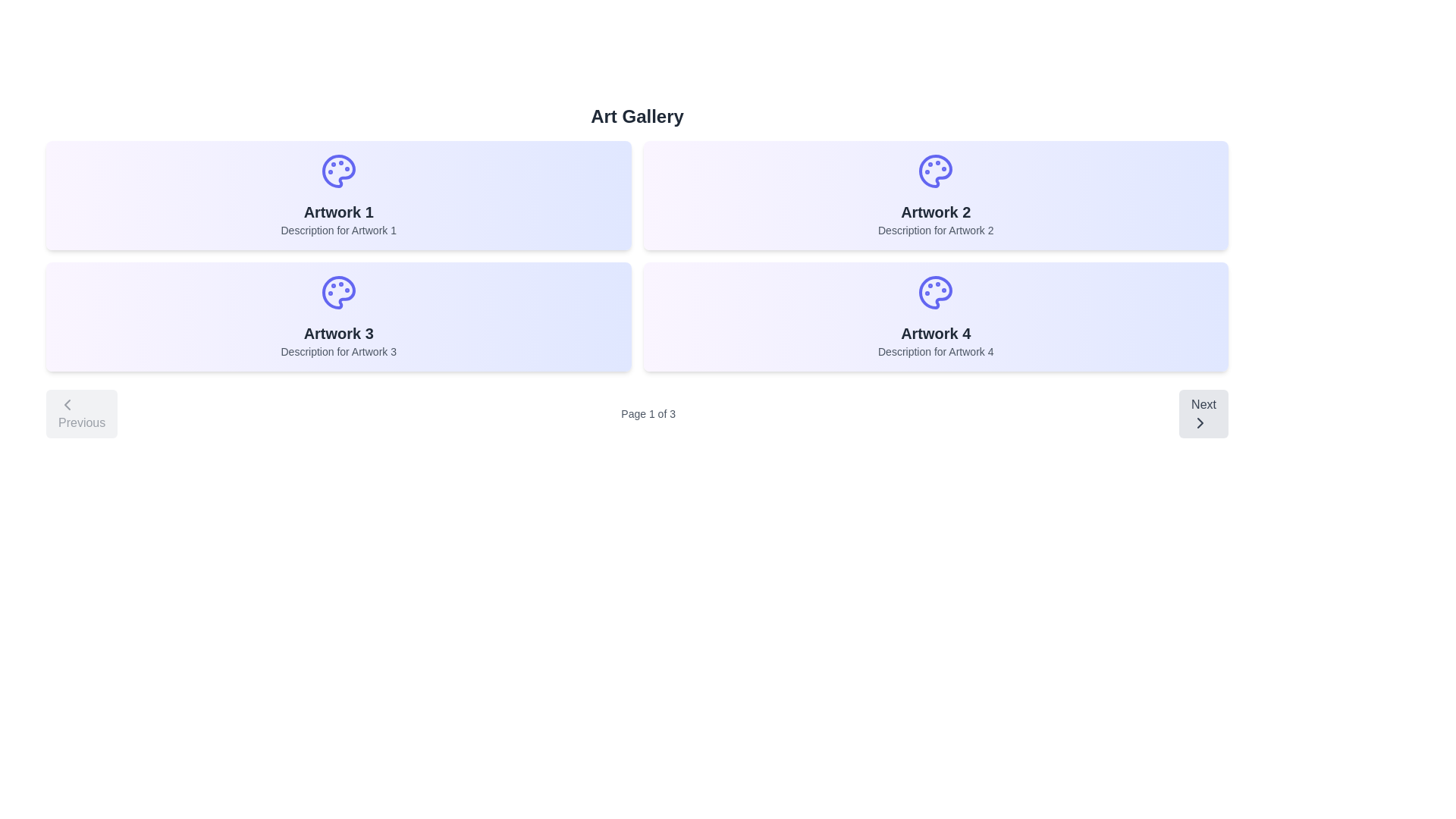 This screenshot has width=1456, height=819. I want to click on descriptive text label located directly below 'Artwork 1' within the lower section of the card, so click(337, 231).